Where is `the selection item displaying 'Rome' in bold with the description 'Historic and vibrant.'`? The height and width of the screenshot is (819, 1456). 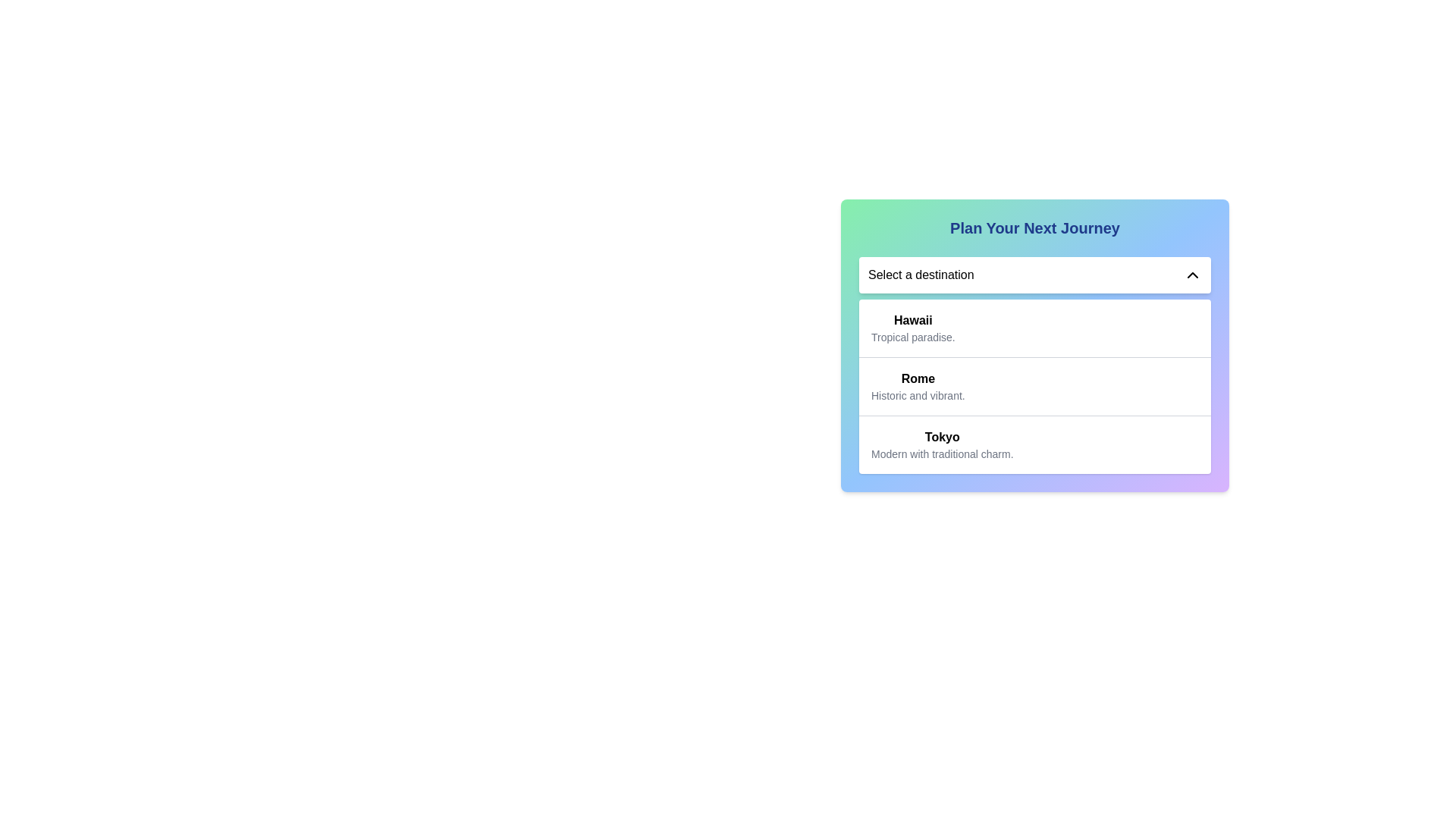 the selection item displaying 'Rome' in bold with the description 'Historic and vibrant.' is located at coordinates (1034, 385).